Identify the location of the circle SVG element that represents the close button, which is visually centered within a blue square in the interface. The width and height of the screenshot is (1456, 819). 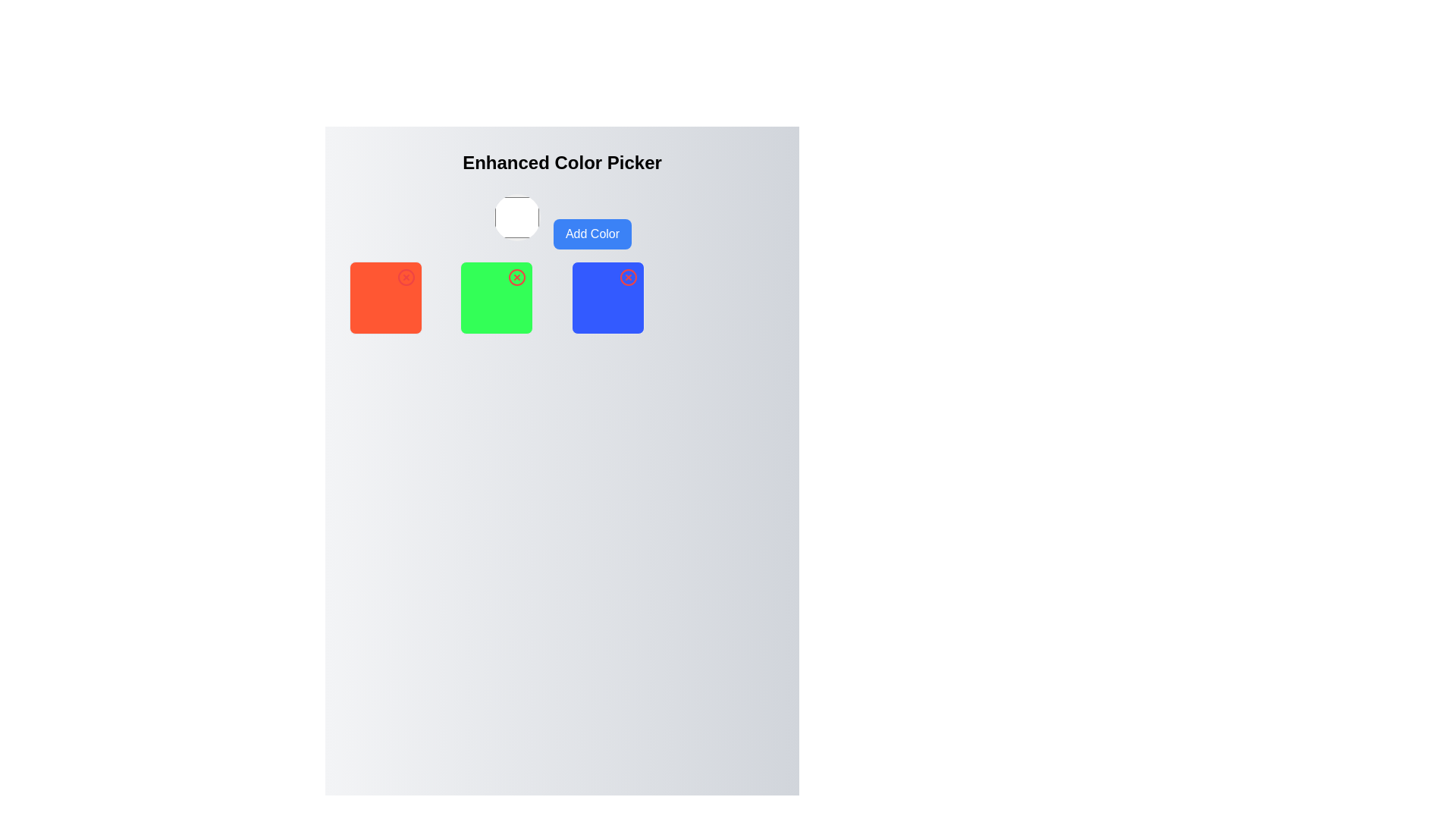
(628, 278).